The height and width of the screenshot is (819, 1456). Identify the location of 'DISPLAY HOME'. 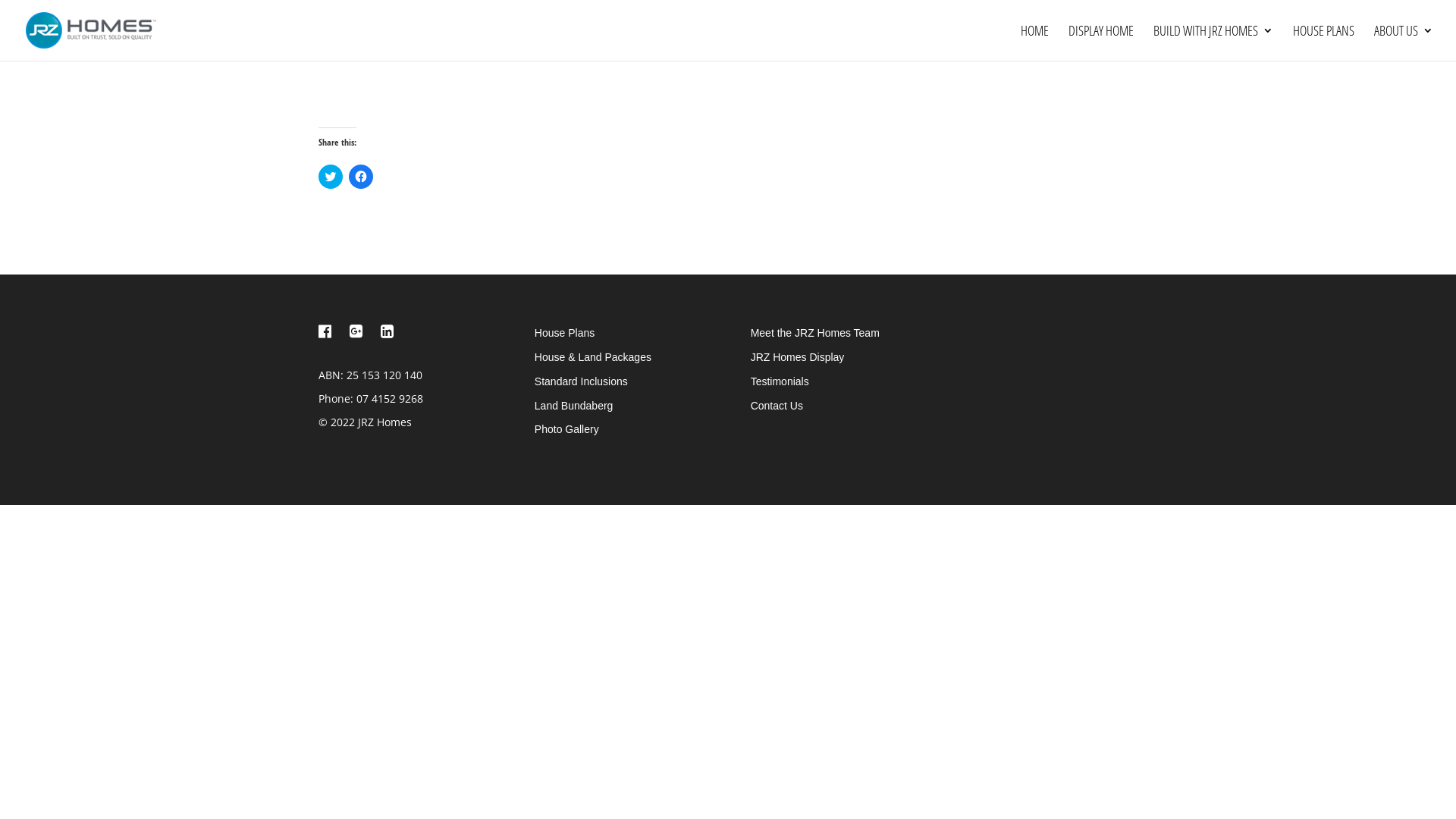
(1101, 42).